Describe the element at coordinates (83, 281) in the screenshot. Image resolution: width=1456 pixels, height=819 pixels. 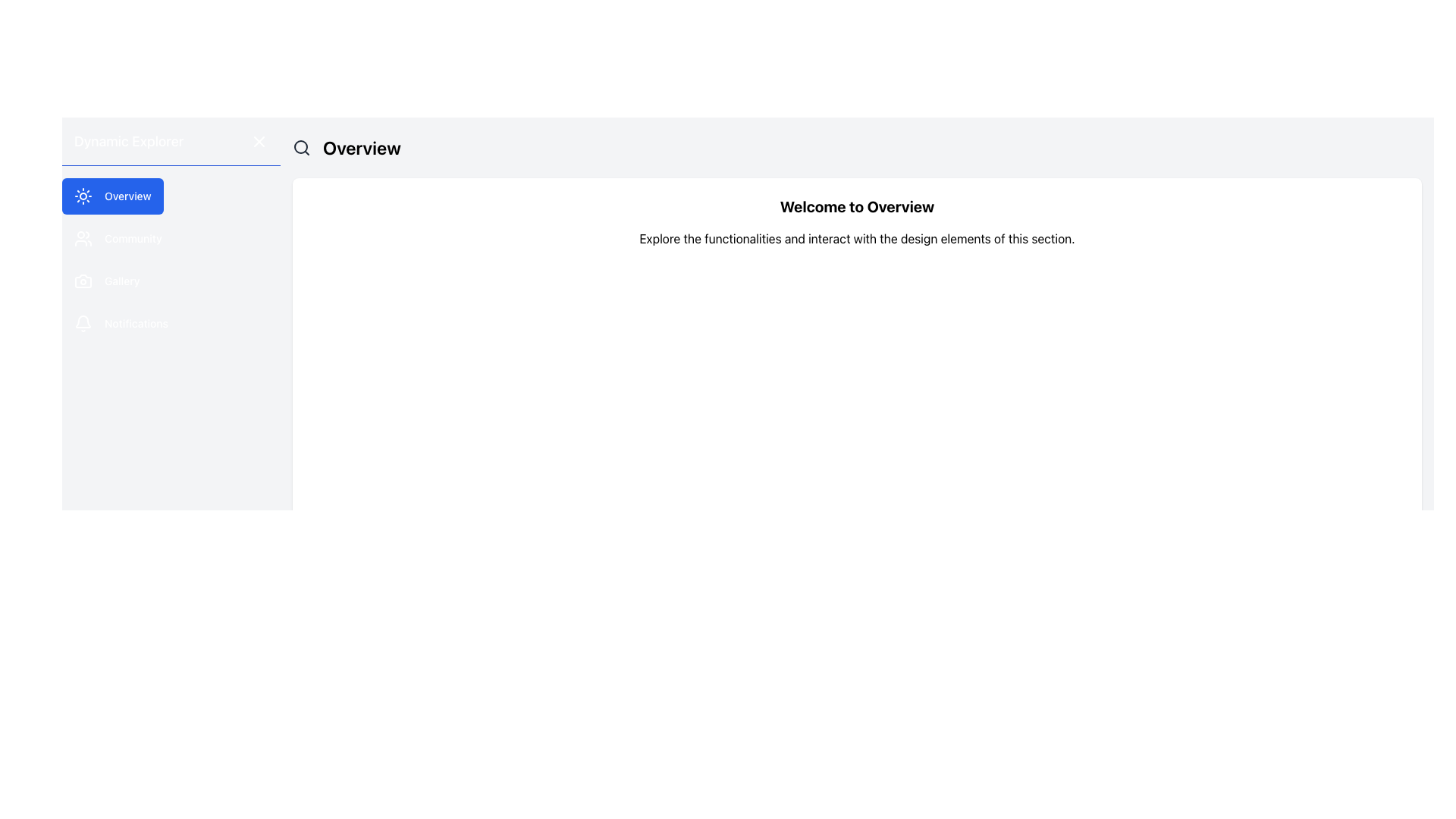
I see `the gallery icon located in the second option of the vertical navigation menu on the left side of the interface, which precedes the text label 'Gallery'` at that location.